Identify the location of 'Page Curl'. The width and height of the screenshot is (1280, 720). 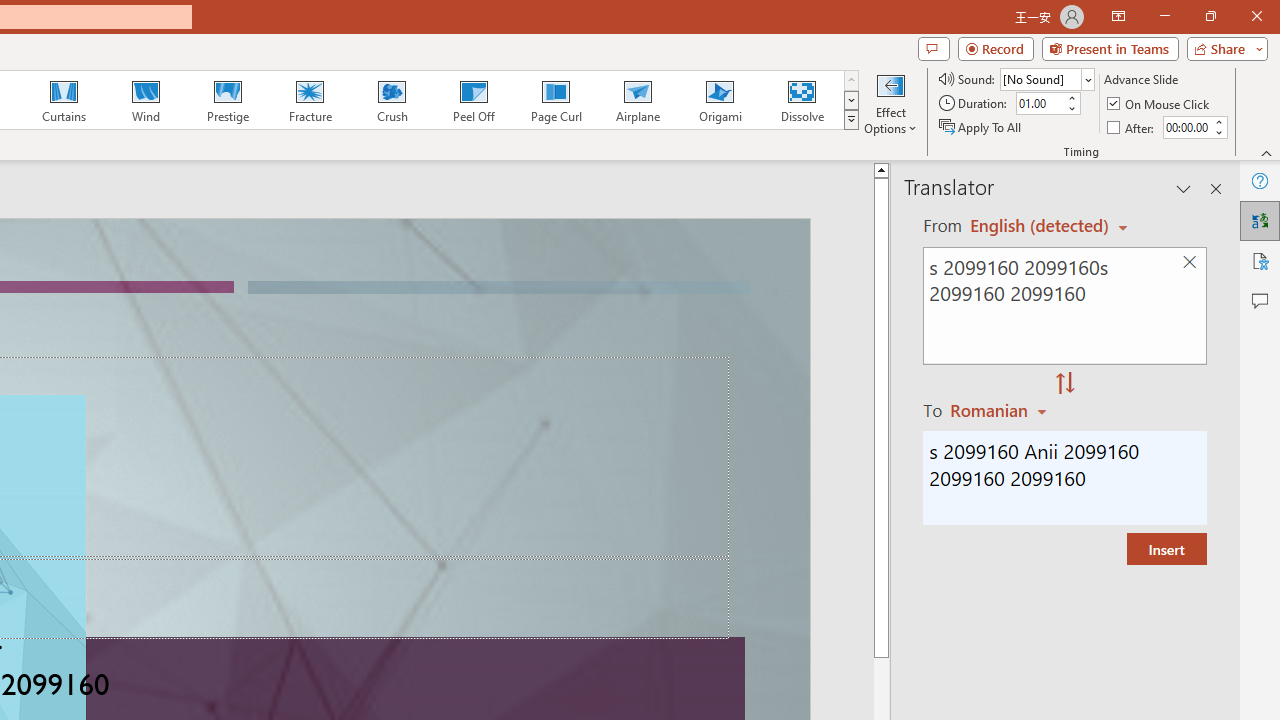
(555, 100).